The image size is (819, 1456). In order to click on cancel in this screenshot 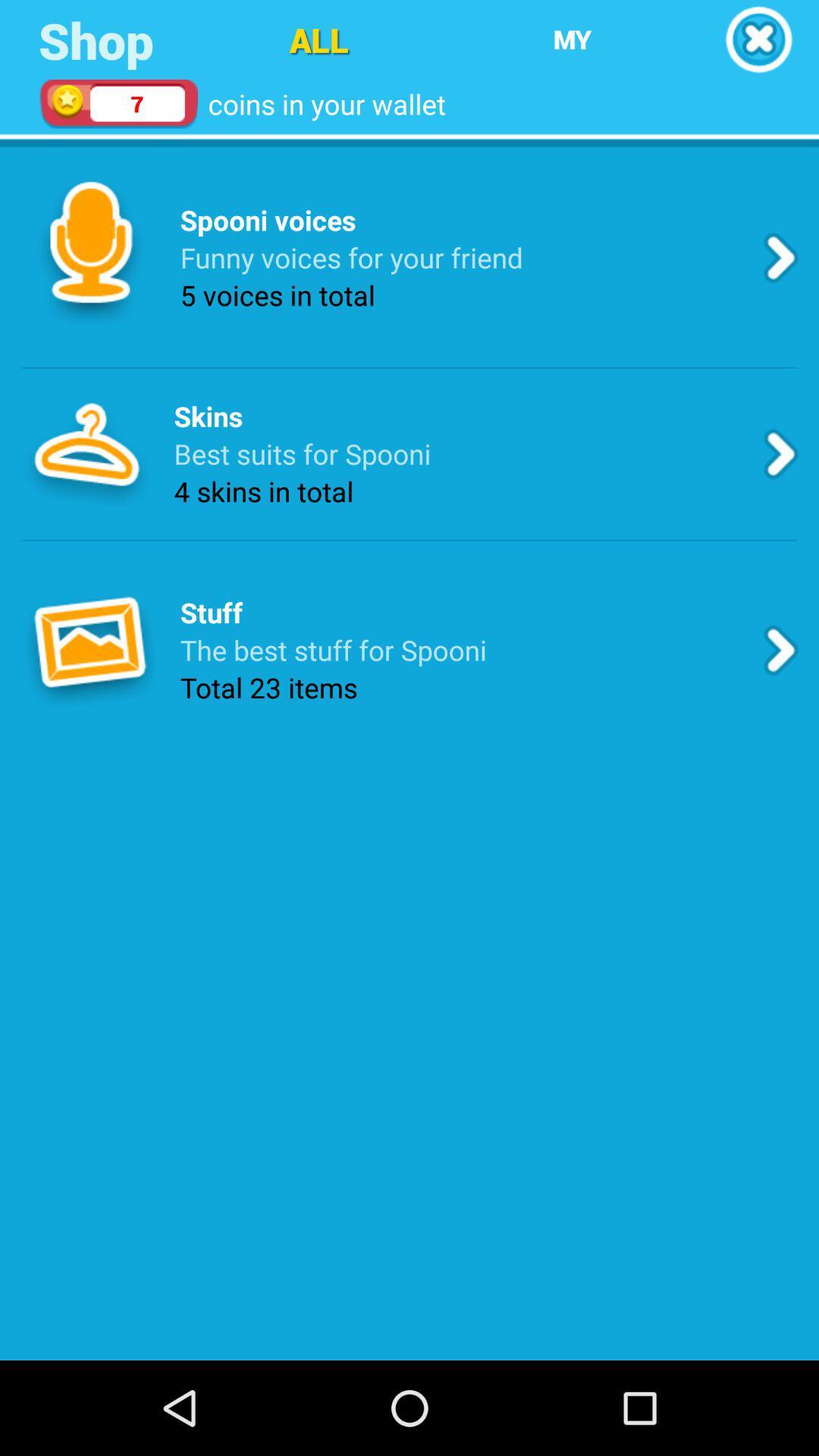, I will do `click(758, 39)`.